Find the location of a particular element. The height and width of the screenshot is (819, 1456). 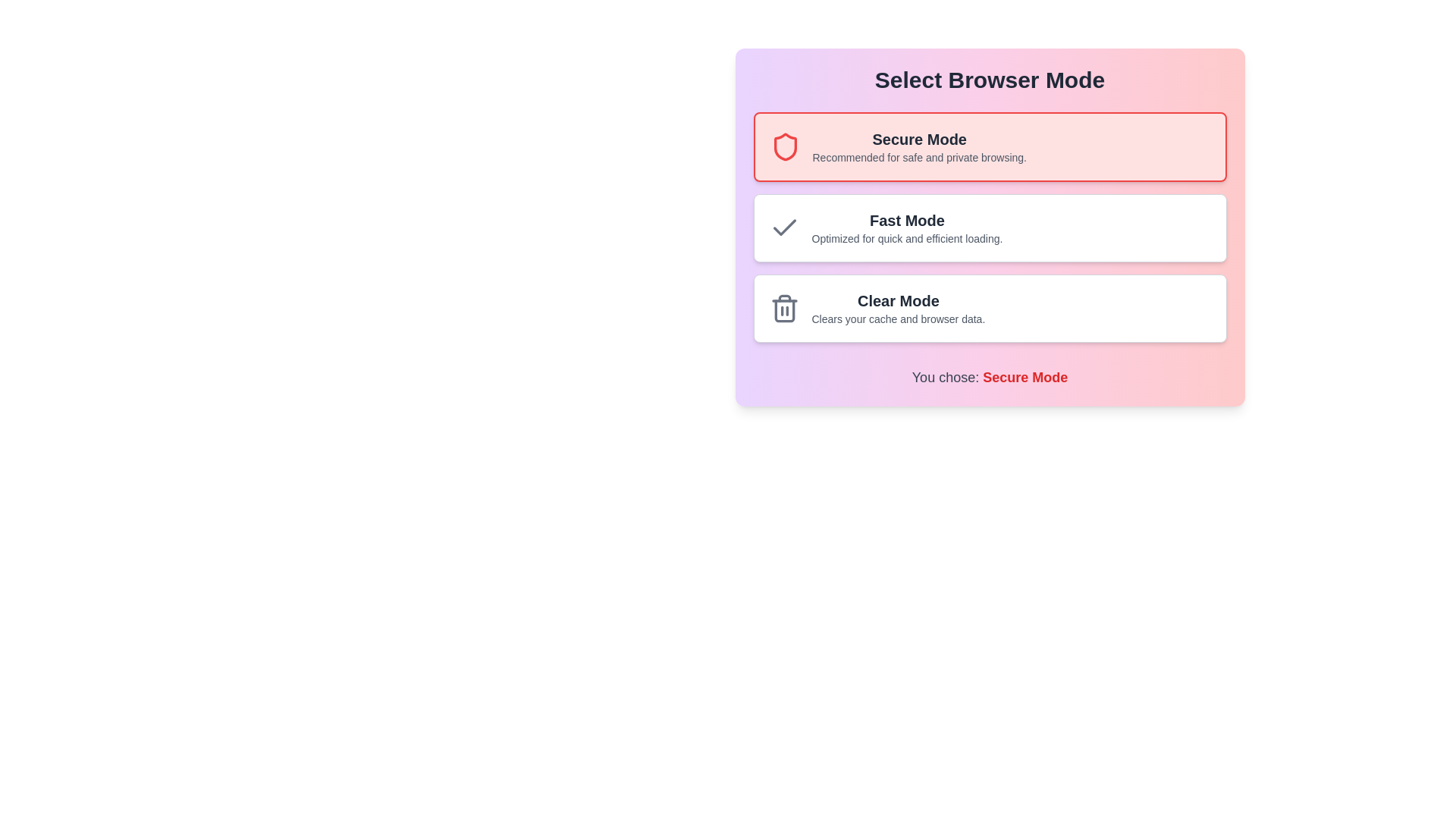

the descriptive text that explains the benefits of 'Secure Mode,' which is positioned directly below the 'Secure Mode' header is located at coordinates (918, 158).